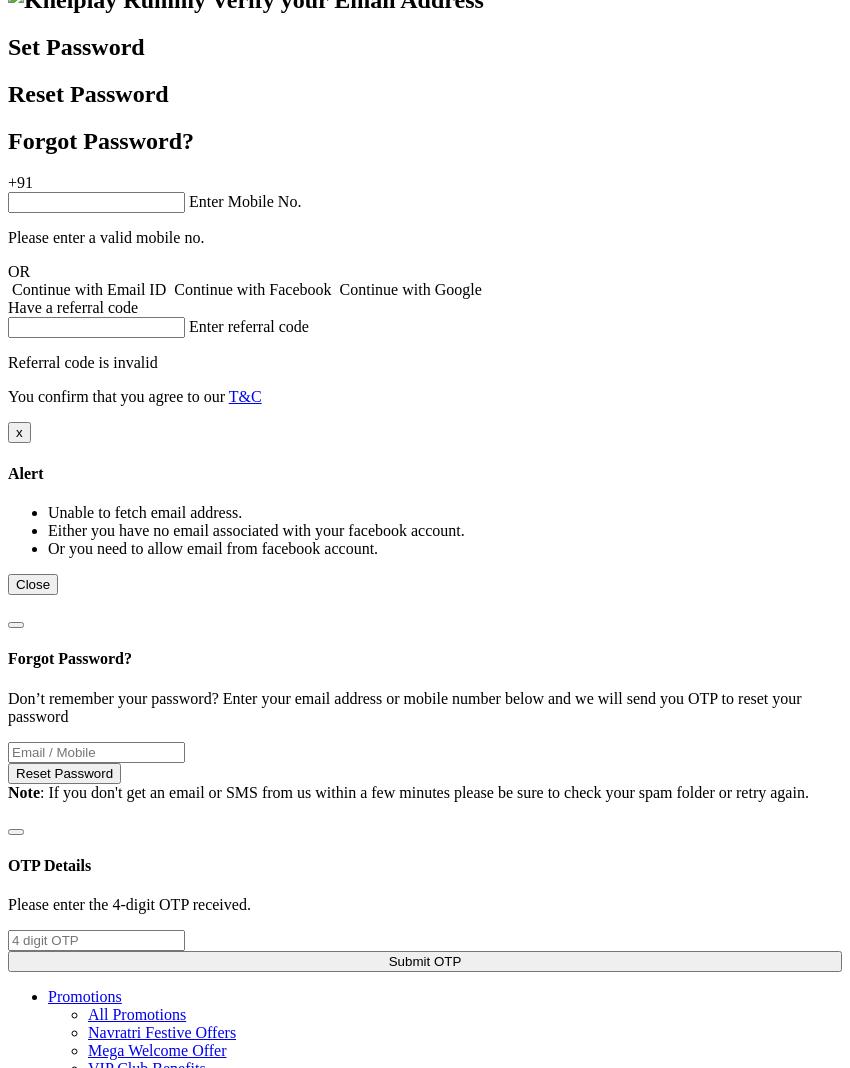 This screenshot has height=1068, width=850. What do you see at coordinates (86, 1050) in the screenshot?
I see `'Mega Welcome Offer'` at bounding box center [86, 1050].